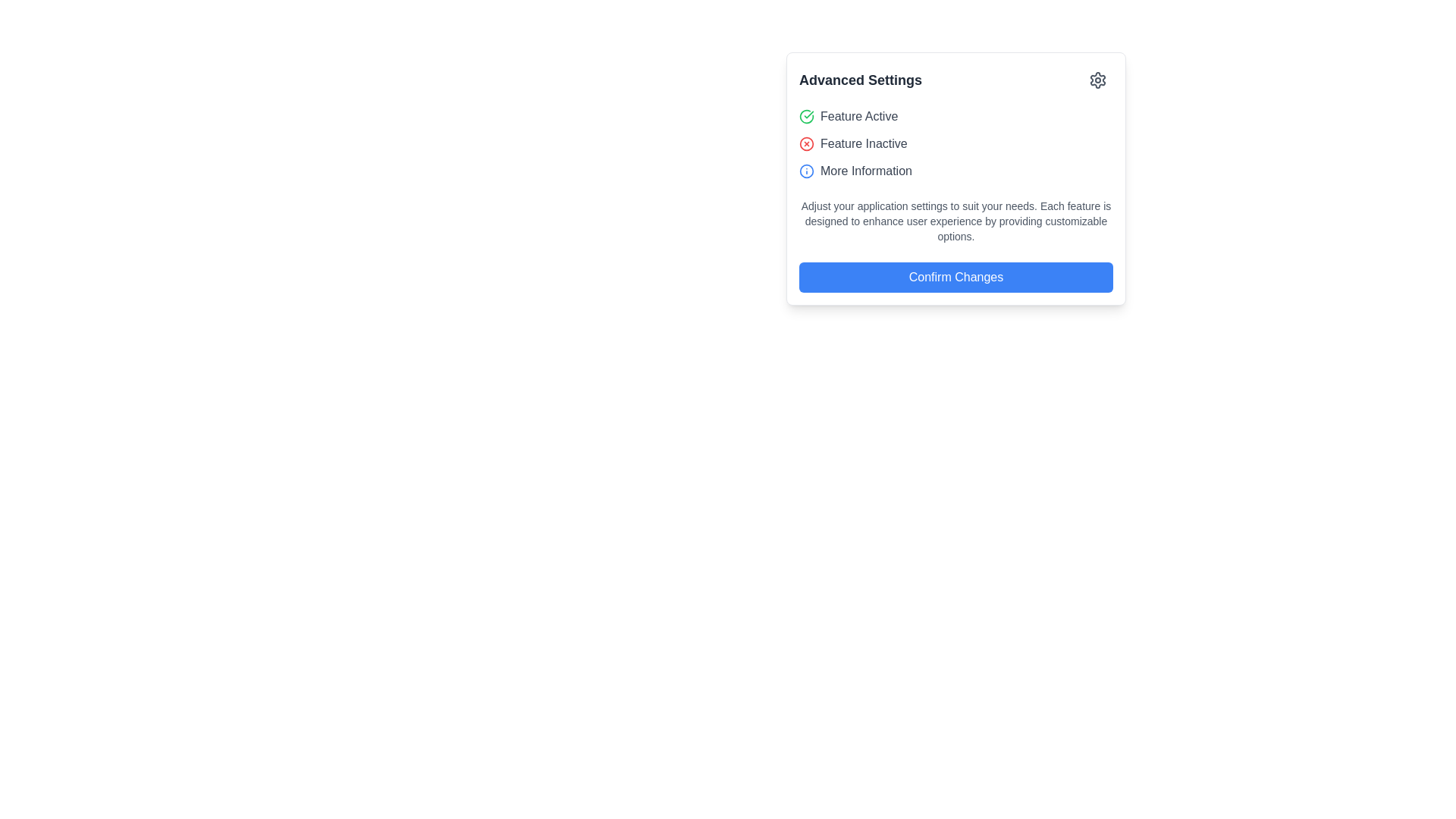 Image resolution: width=1456 pixels, height=819 pixels. What do you see at coordinates (1098, 80) in the screenshot?
I see `the small gray gear icon located at the top-right corner of the modal` at bounding box center [1098, 80].